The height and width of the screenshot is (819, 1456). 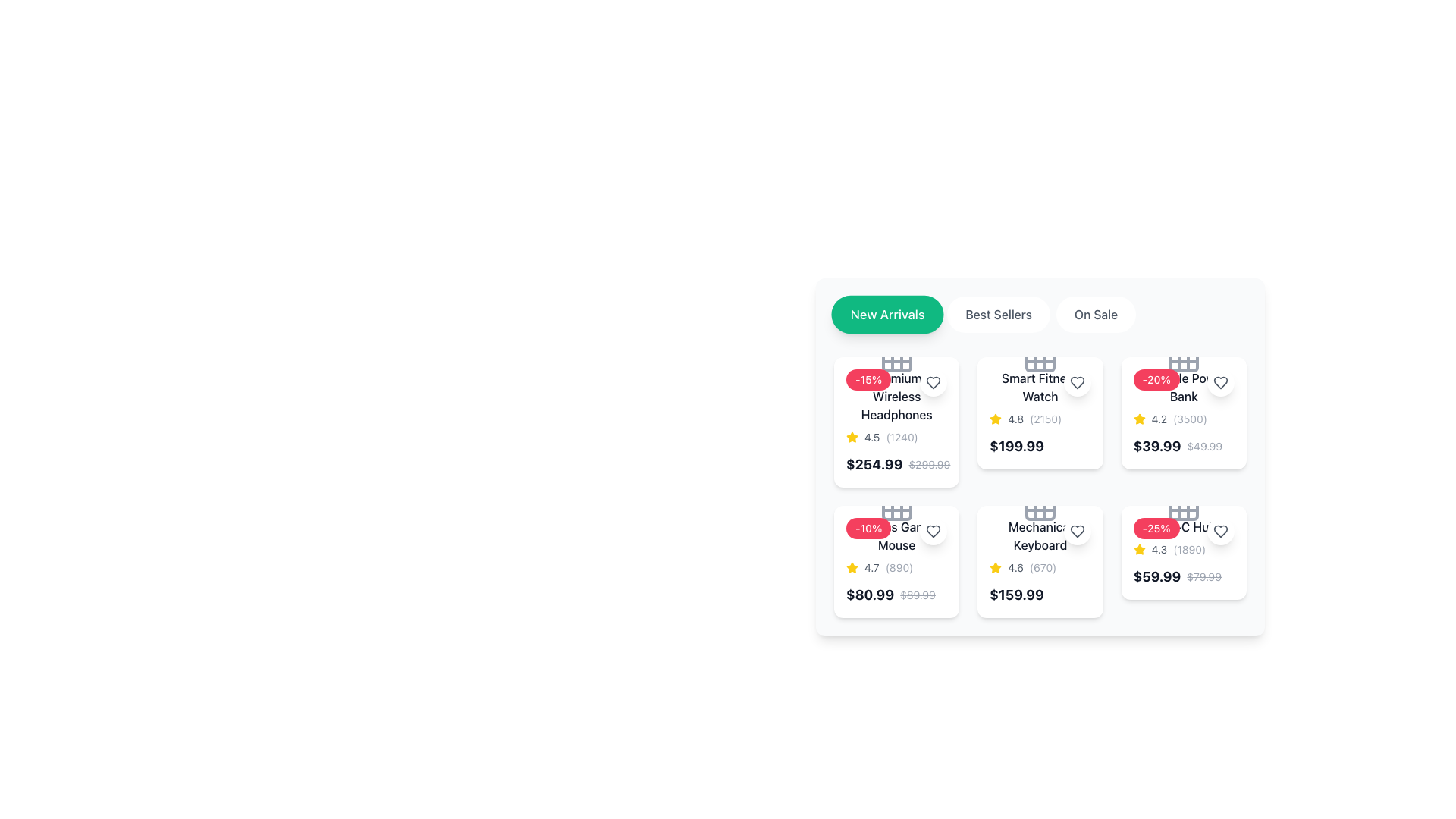 What do you see at coordinates (1040, 506) in the screenshot?
I see `the decorative icon located centrally within the 'Mechanical Keyboard' product card` at bounding box center [1040, 506].